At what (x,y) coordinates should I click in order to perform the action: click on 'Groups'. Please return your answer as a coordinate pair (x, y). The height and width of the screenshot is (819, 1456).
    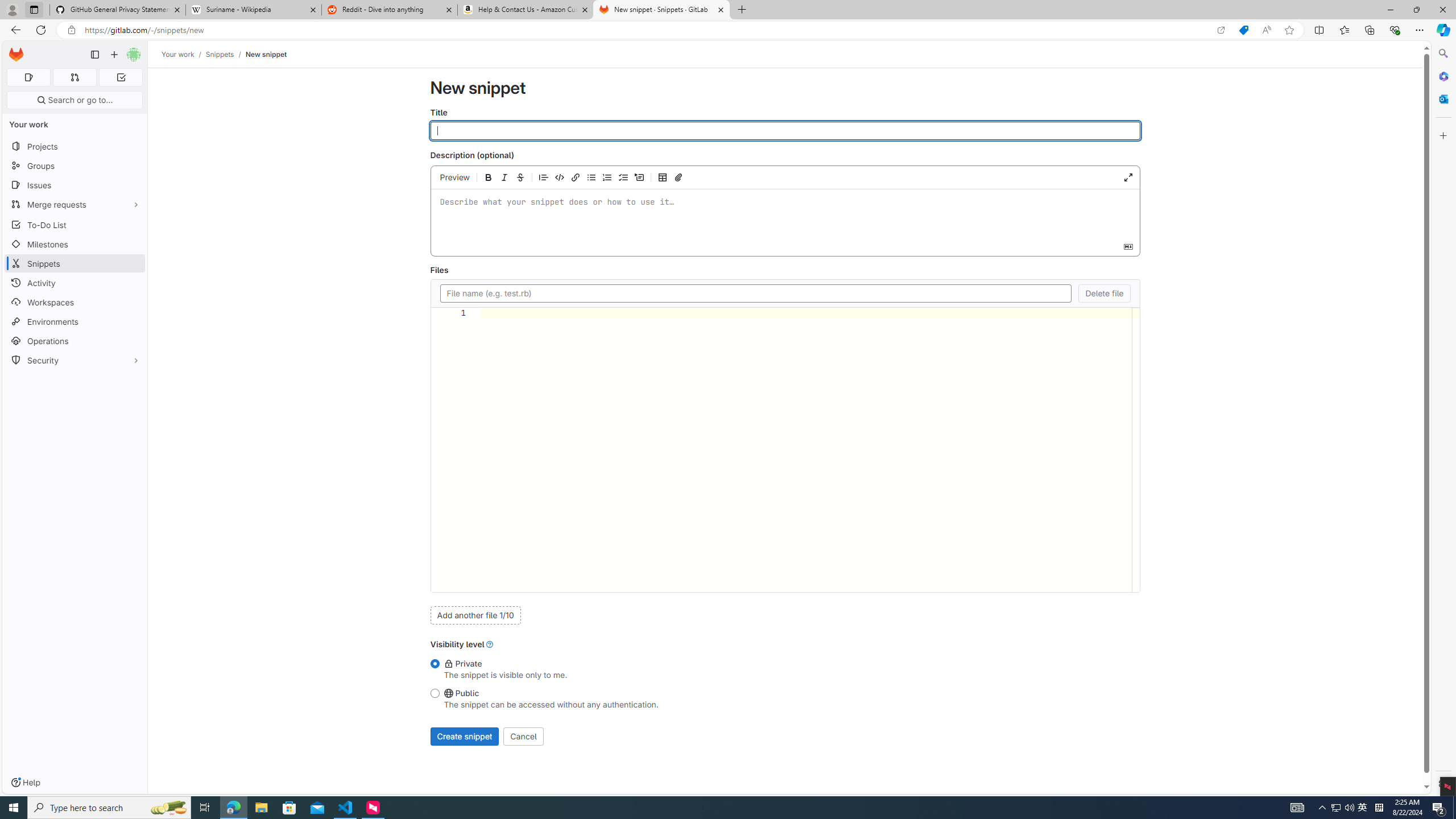
    Looking at the image, I should click on (74, 166).